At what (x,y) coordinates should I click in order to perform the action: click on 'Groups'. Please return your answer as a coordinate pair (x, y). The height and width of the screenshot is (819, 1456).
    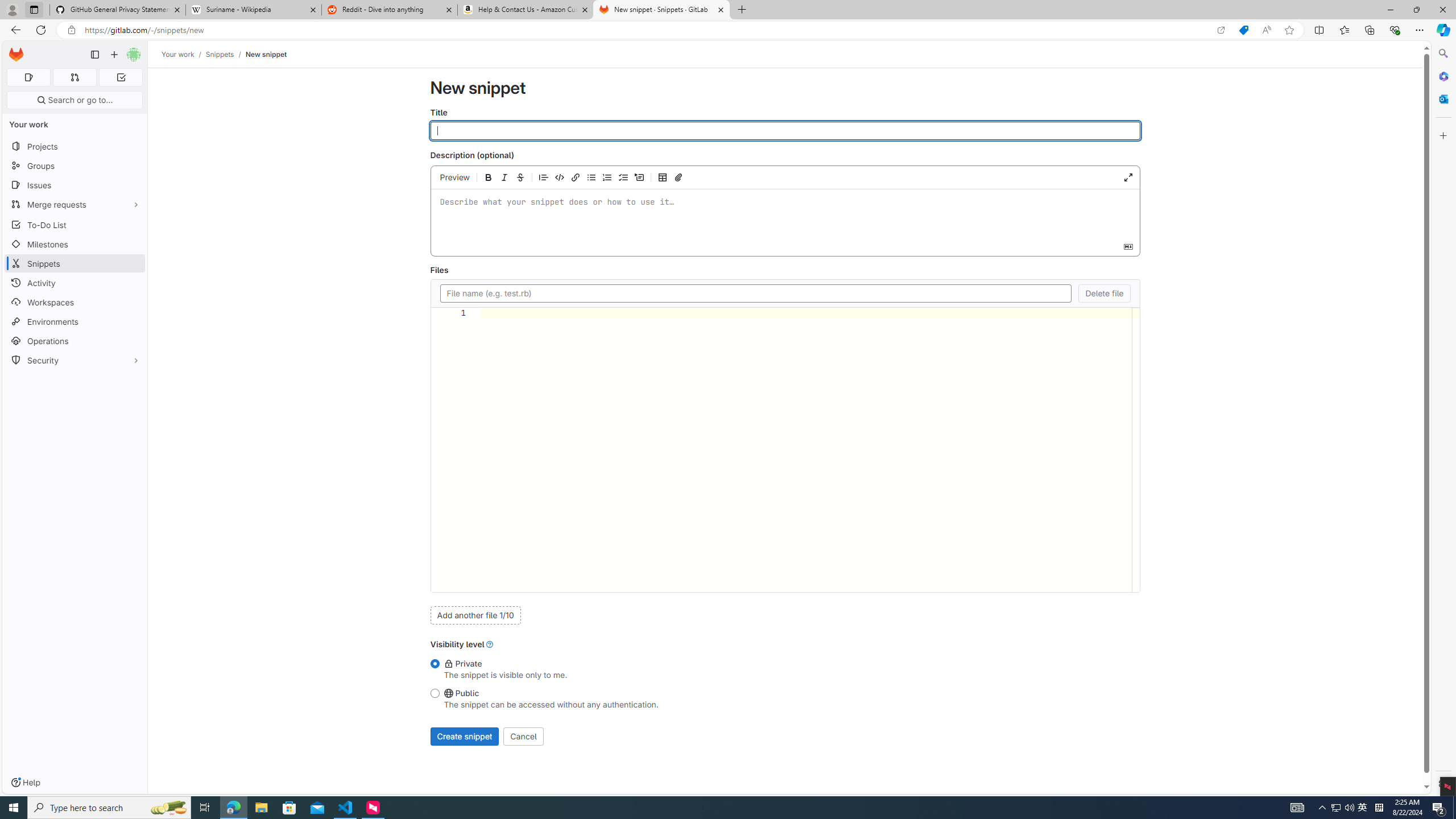
    Looking at the image, I should click on (74, 166).